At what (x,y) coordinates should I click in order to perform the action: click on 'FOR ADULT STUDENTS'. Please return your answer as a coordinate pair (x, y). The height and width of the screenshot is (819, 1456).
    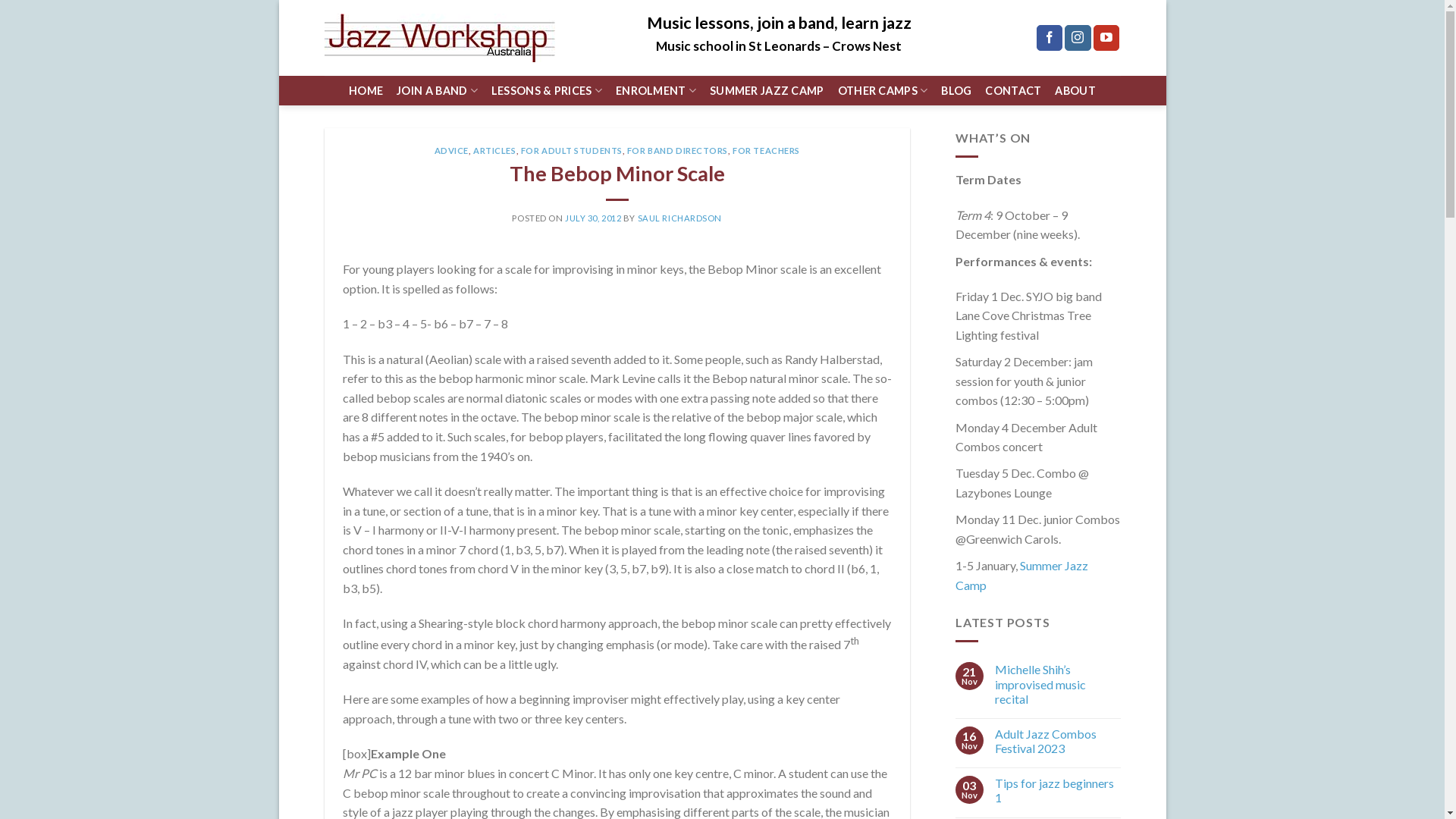
    Looking at the image, I should click on (570, 150).